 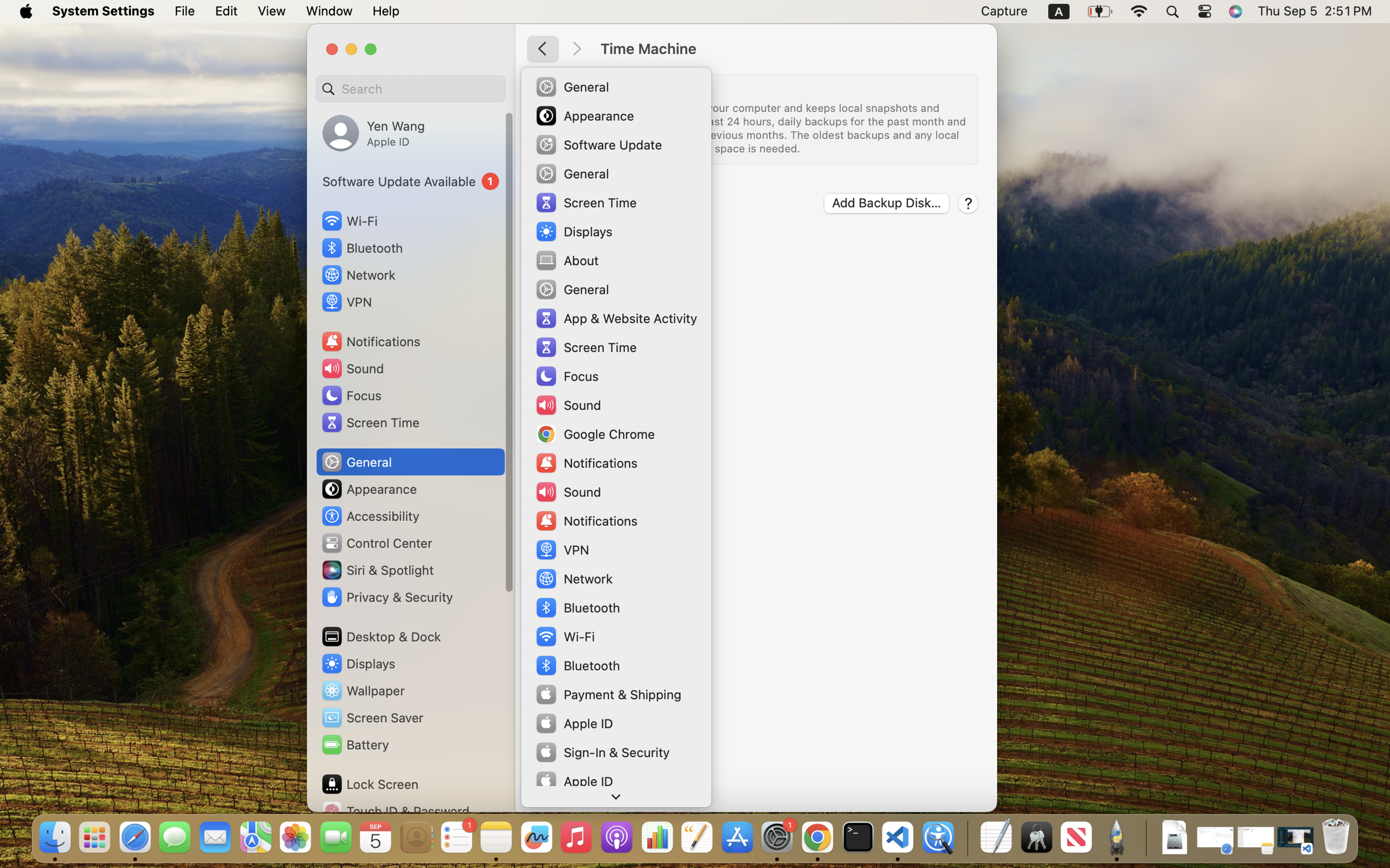 What do you see at coordinates (376, 543) in the screenshot?
I see `'Control Center'` at bounding box center [376, 543].